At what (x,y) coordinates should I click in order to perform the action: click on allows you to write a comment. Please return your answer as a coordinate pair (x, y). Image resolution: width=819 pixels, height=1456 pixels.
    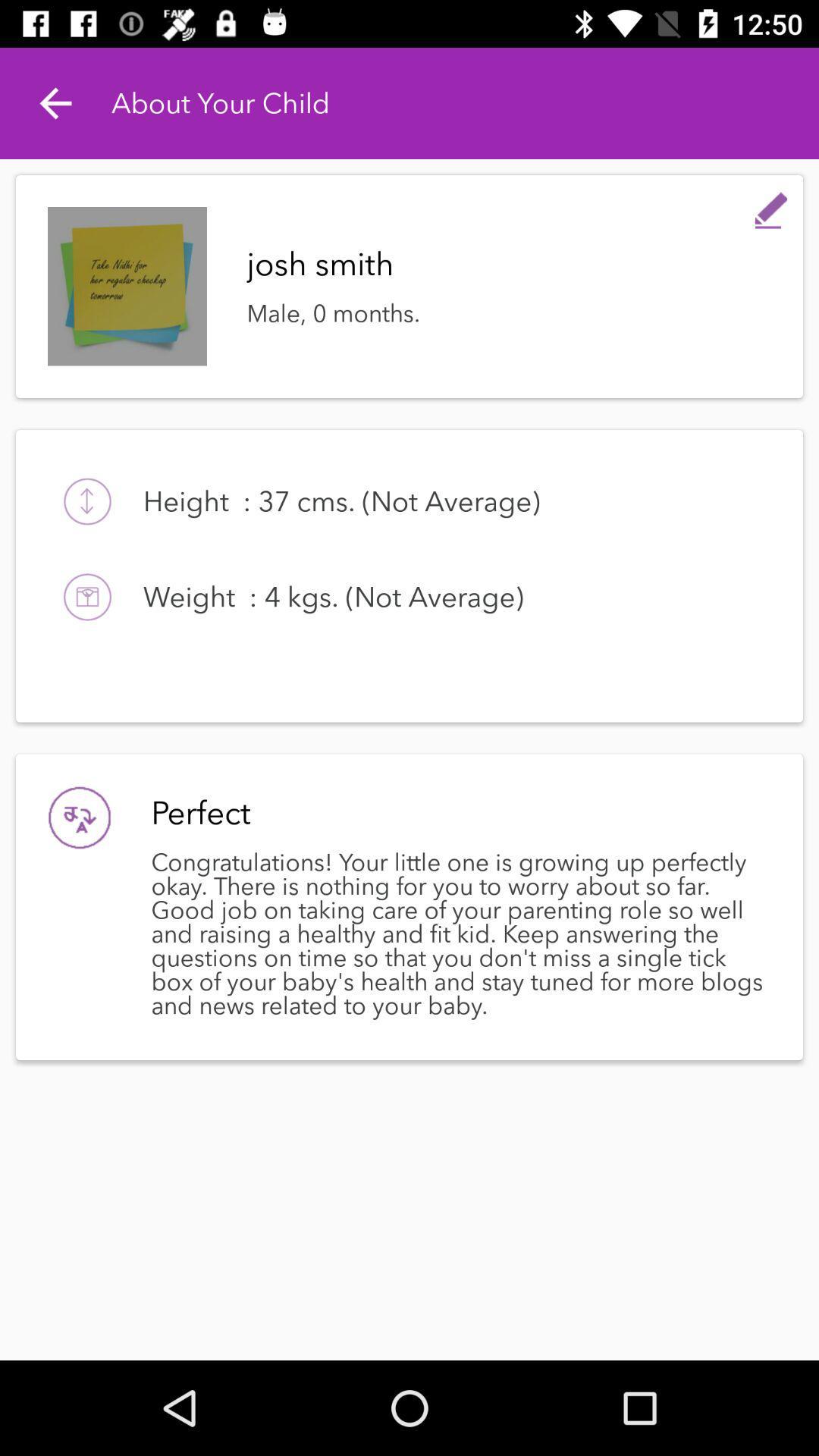
    Looking at the image, I should click on (771, 206).